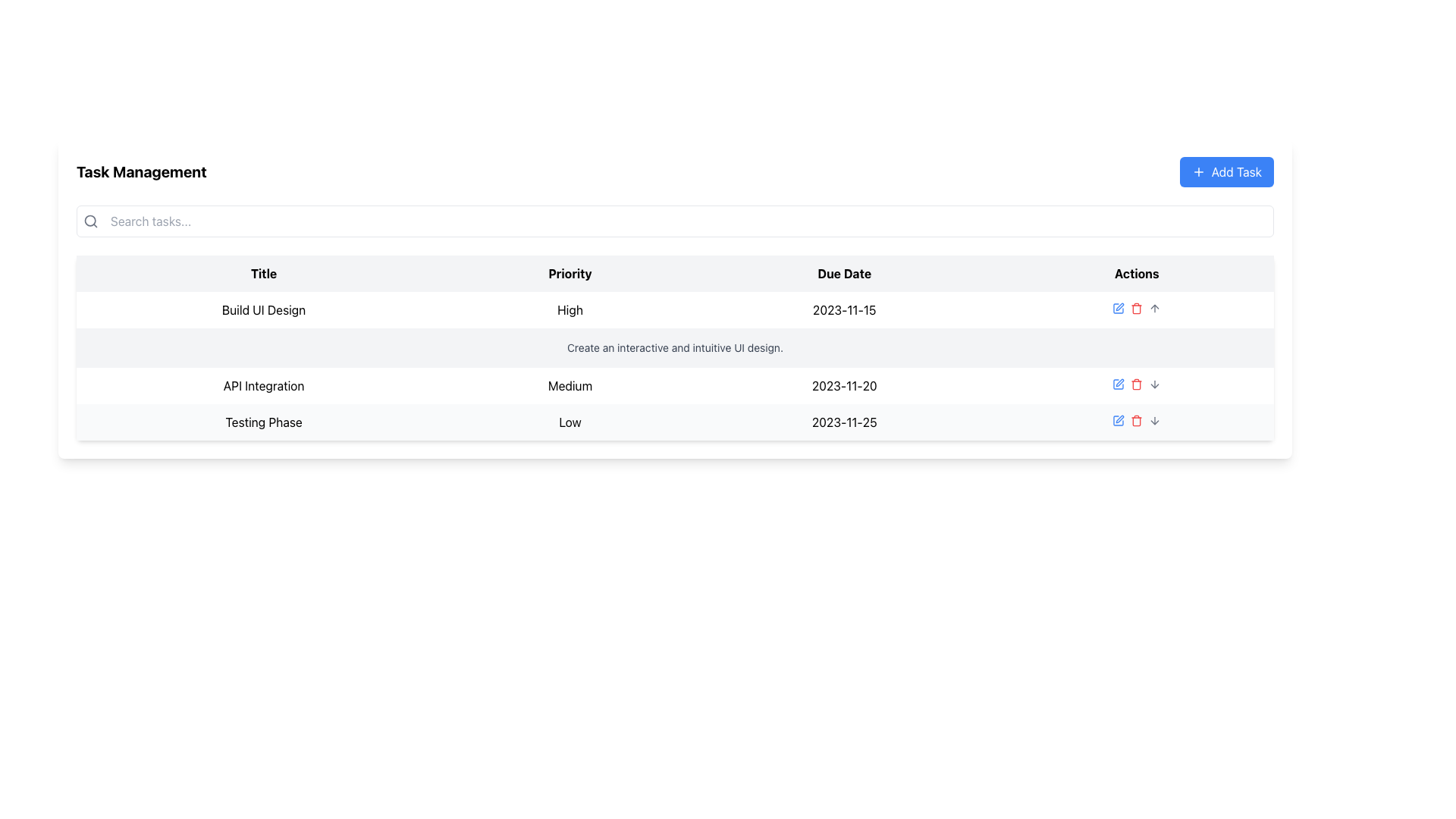 Image resolution: width=1456 pixels, height=819 pixels. What do you see at coordinates (1226, 171) in the screenshot?
I see `the button located at the top-right corner of the interface, to the right of the 'Task Management' title` at bounding box center [1226, 171].